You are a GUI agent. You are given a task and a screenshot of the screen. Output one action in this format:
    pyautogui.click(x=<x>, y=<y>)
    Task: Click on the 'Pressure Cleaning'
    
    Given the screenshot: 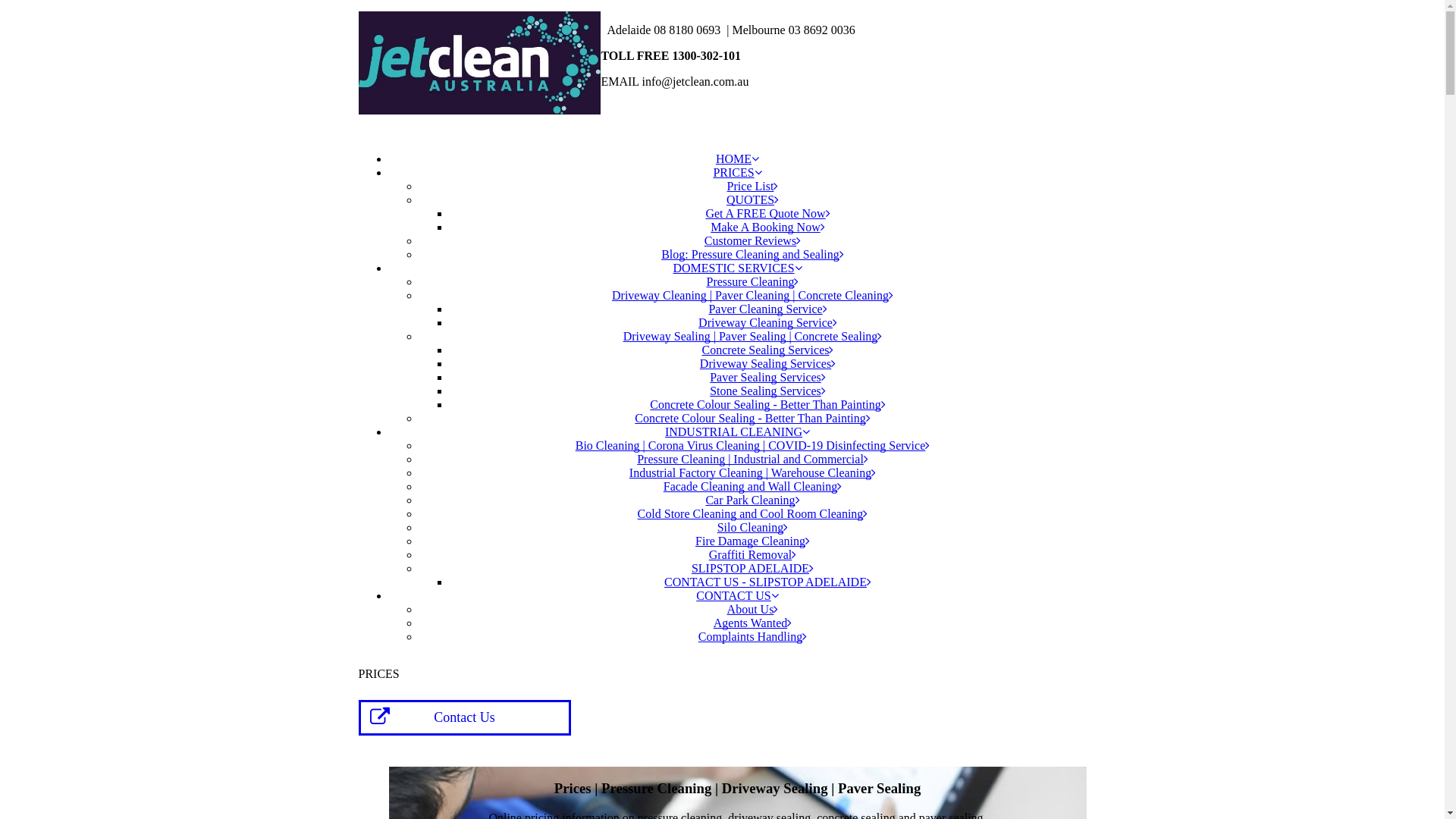 What is the action you would take?
    pyautogui.click(x=753, y=281)
    